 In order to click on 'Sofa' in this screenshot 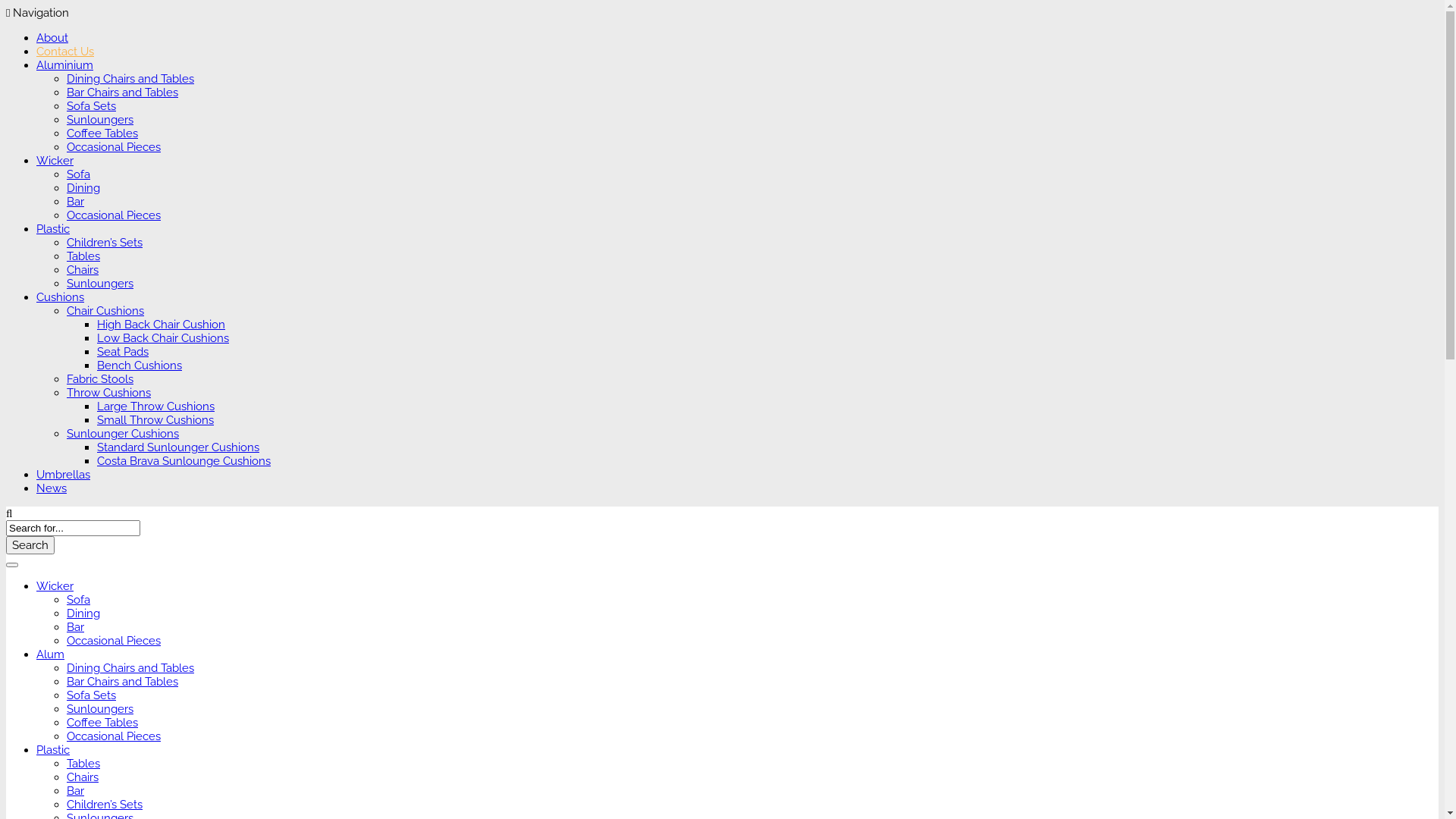, I will do `click(77, 598)`.